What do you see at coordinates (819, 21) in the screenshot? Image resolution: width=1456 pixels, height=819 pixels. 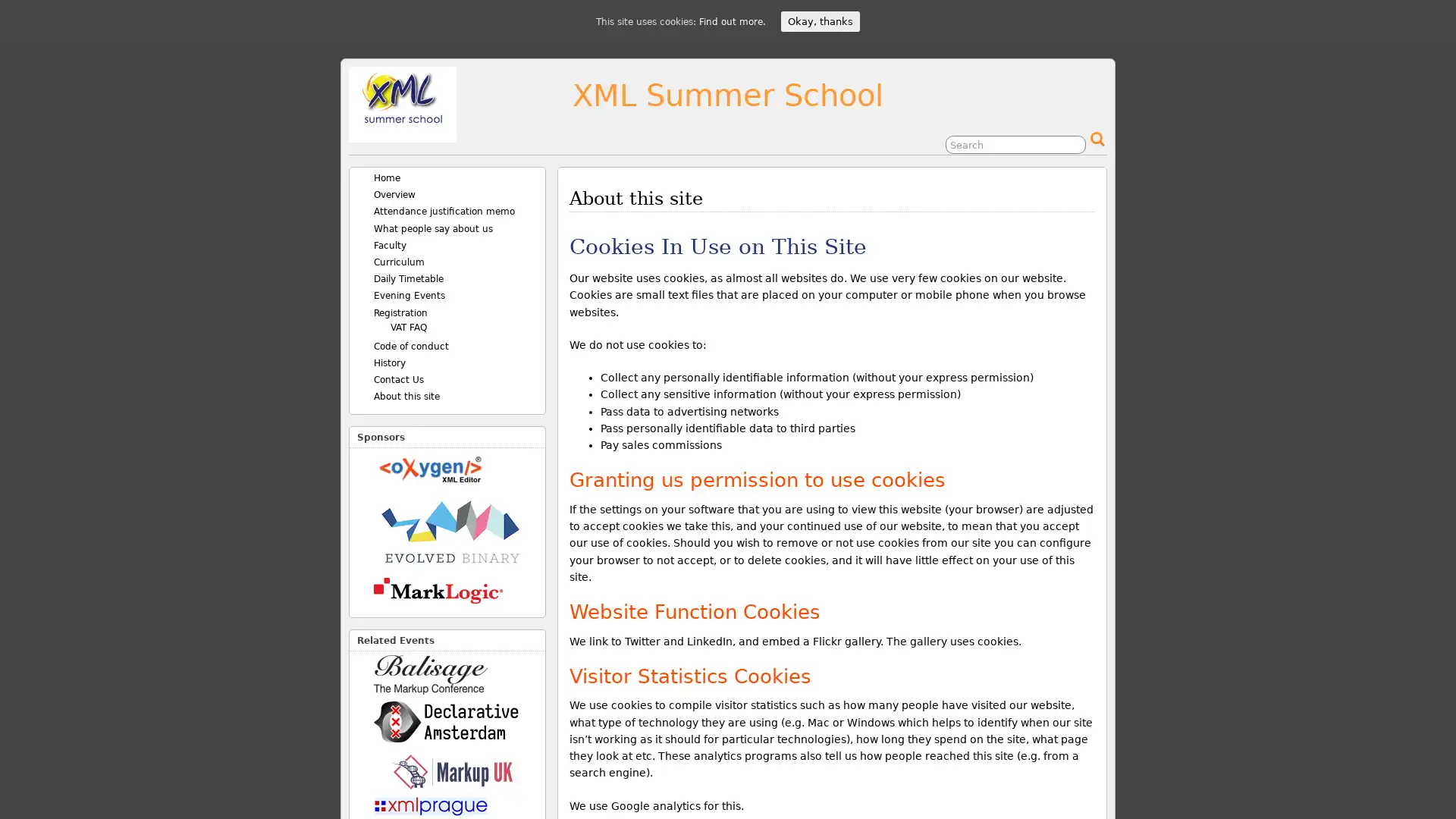 I see `Okay, thanks` at bounding box center [819, 21].